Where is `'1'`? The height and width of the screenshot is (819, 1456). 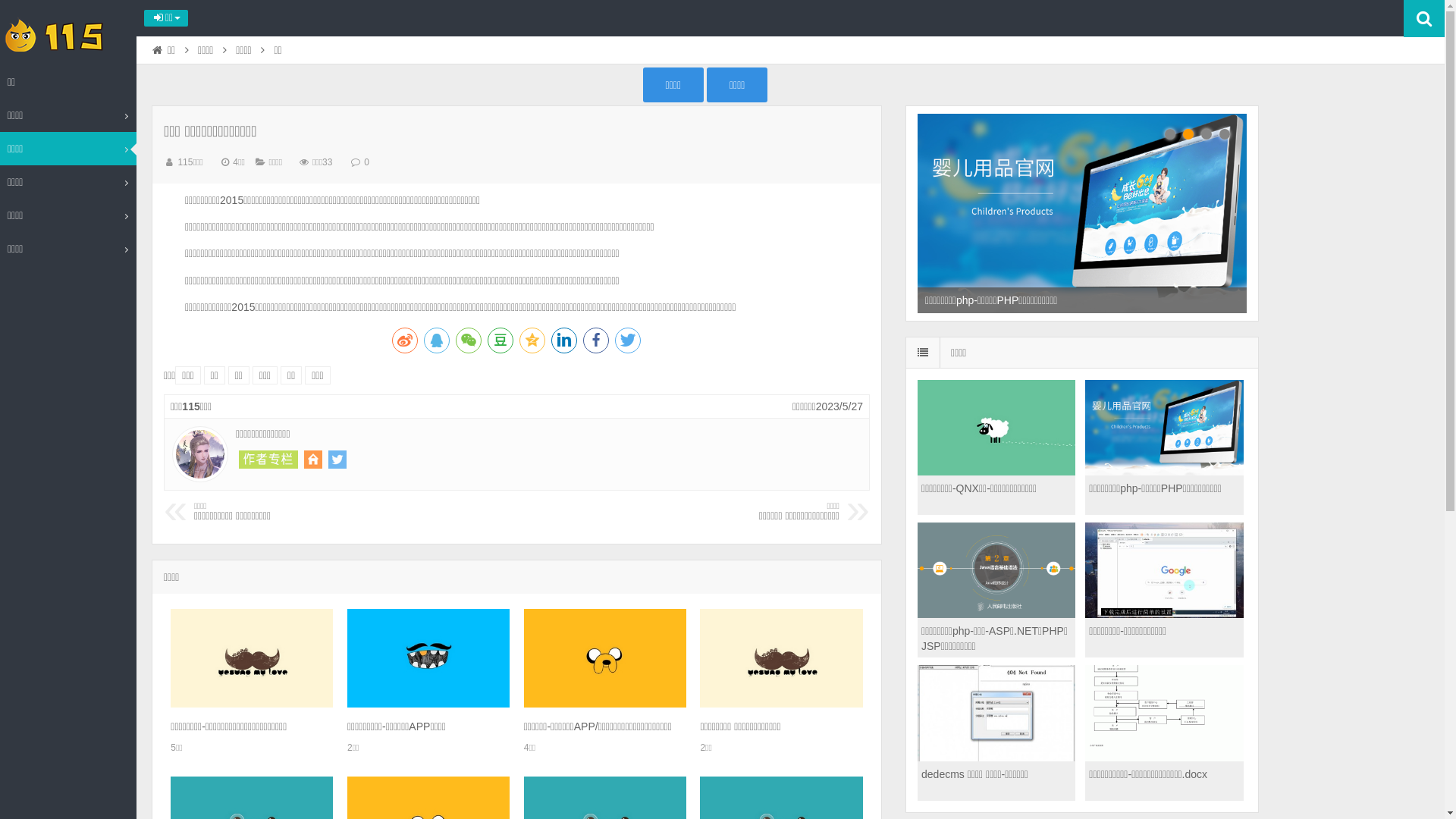
'1' is located at coordinates (1169, 133).